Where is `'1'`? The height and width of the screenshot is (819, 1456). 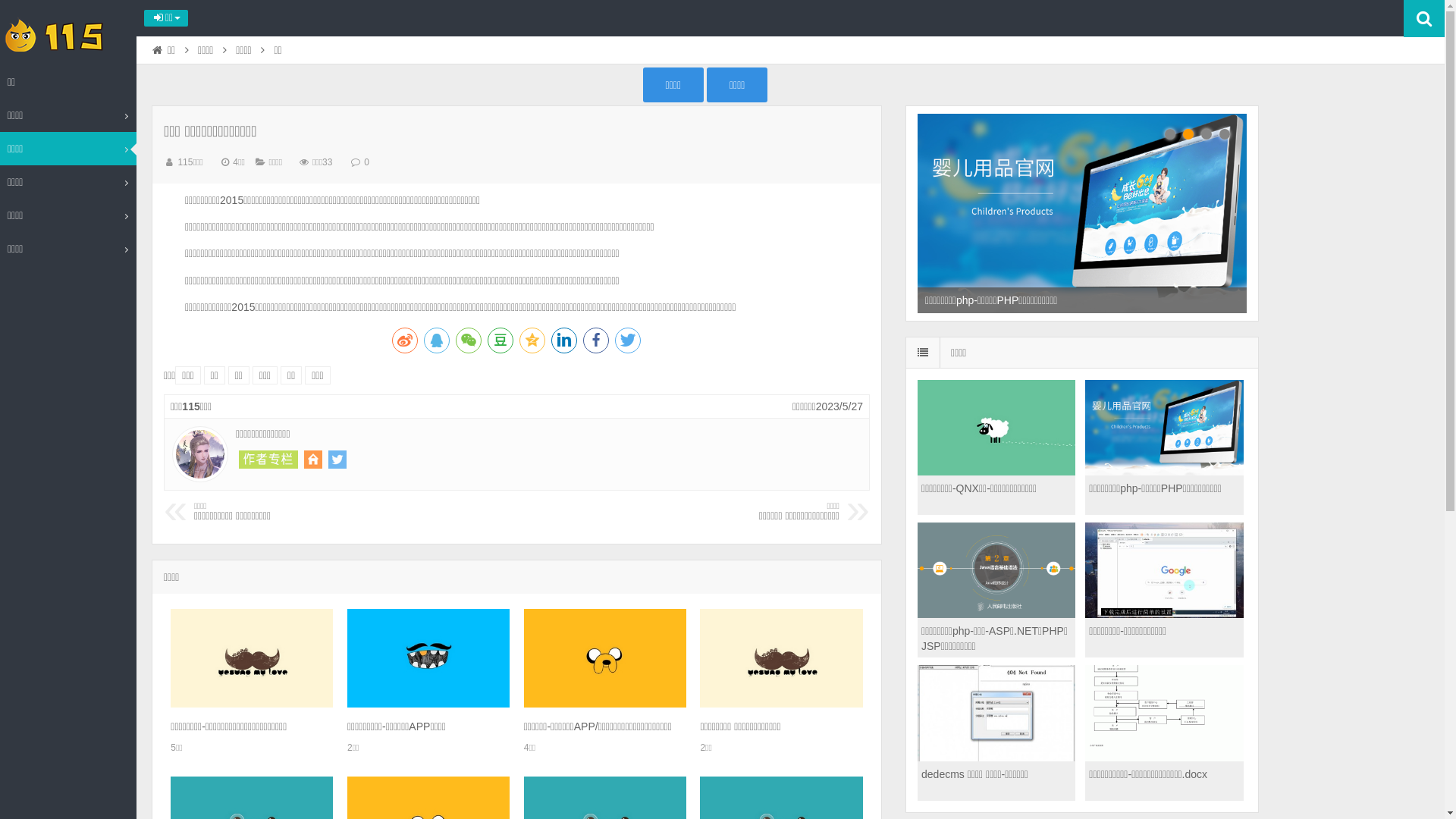
'1' is located at coordinates (1169, 133).